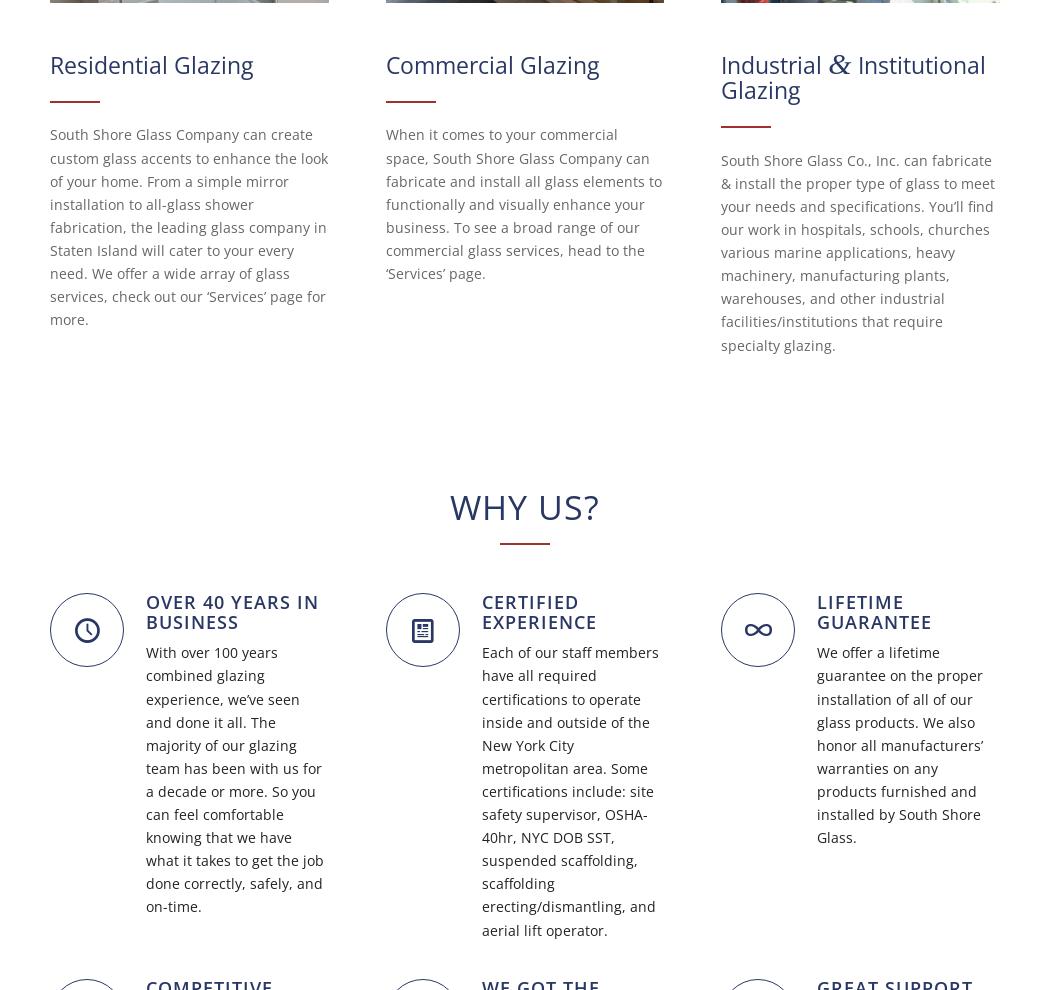 The image size is (1050, 990). Describe the element at coordinates (538, 610) in the screenshot. I see `'Certified Experience'` at that location.